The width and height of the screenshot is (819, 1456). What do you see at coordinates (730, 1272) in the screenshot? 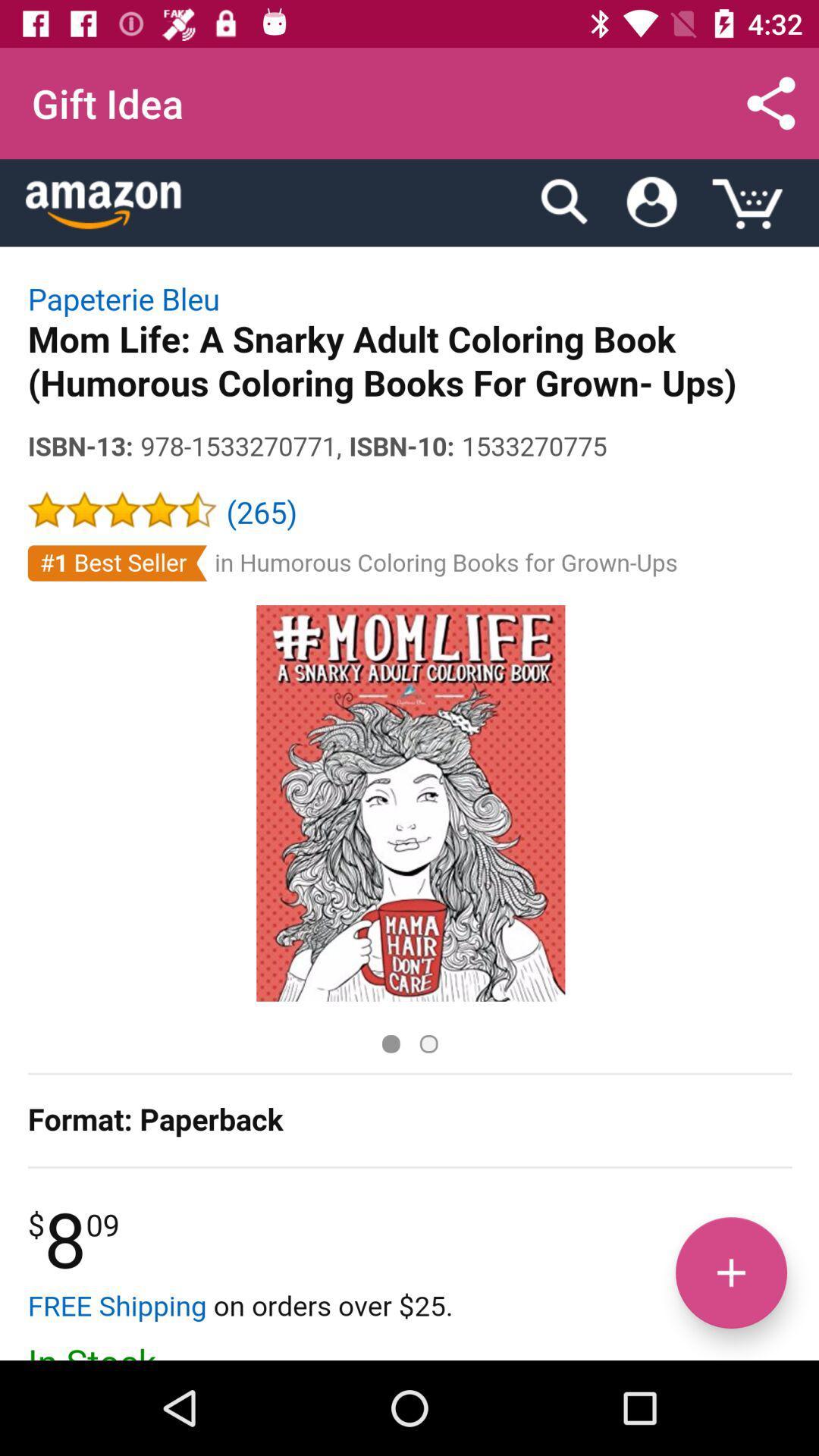
I see `the add icon` at bounding box center [730, 1272].